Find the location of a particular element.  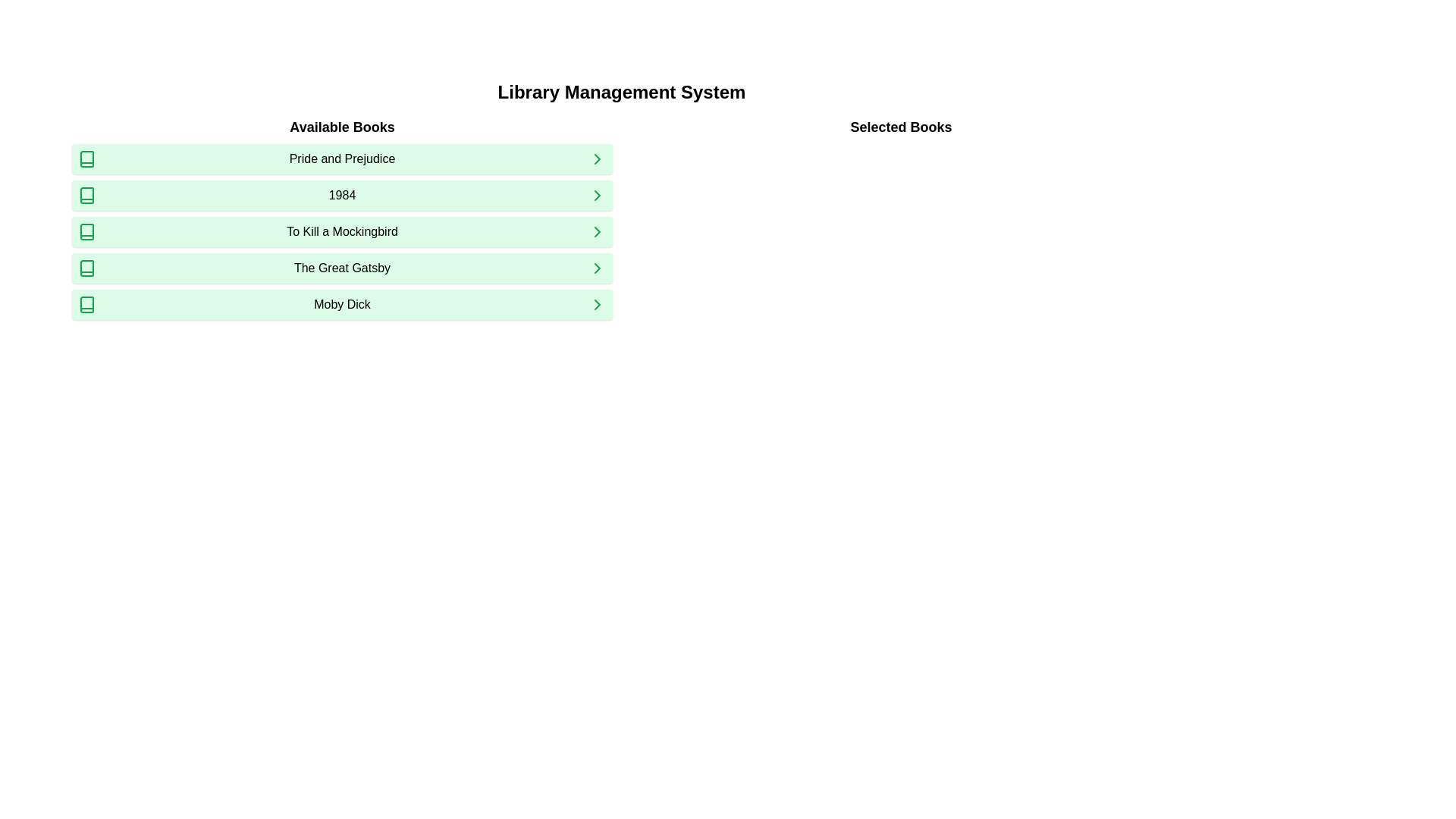

the green book icon for 'To Kill a Mockingbird' is located at coordinates (86, 231).